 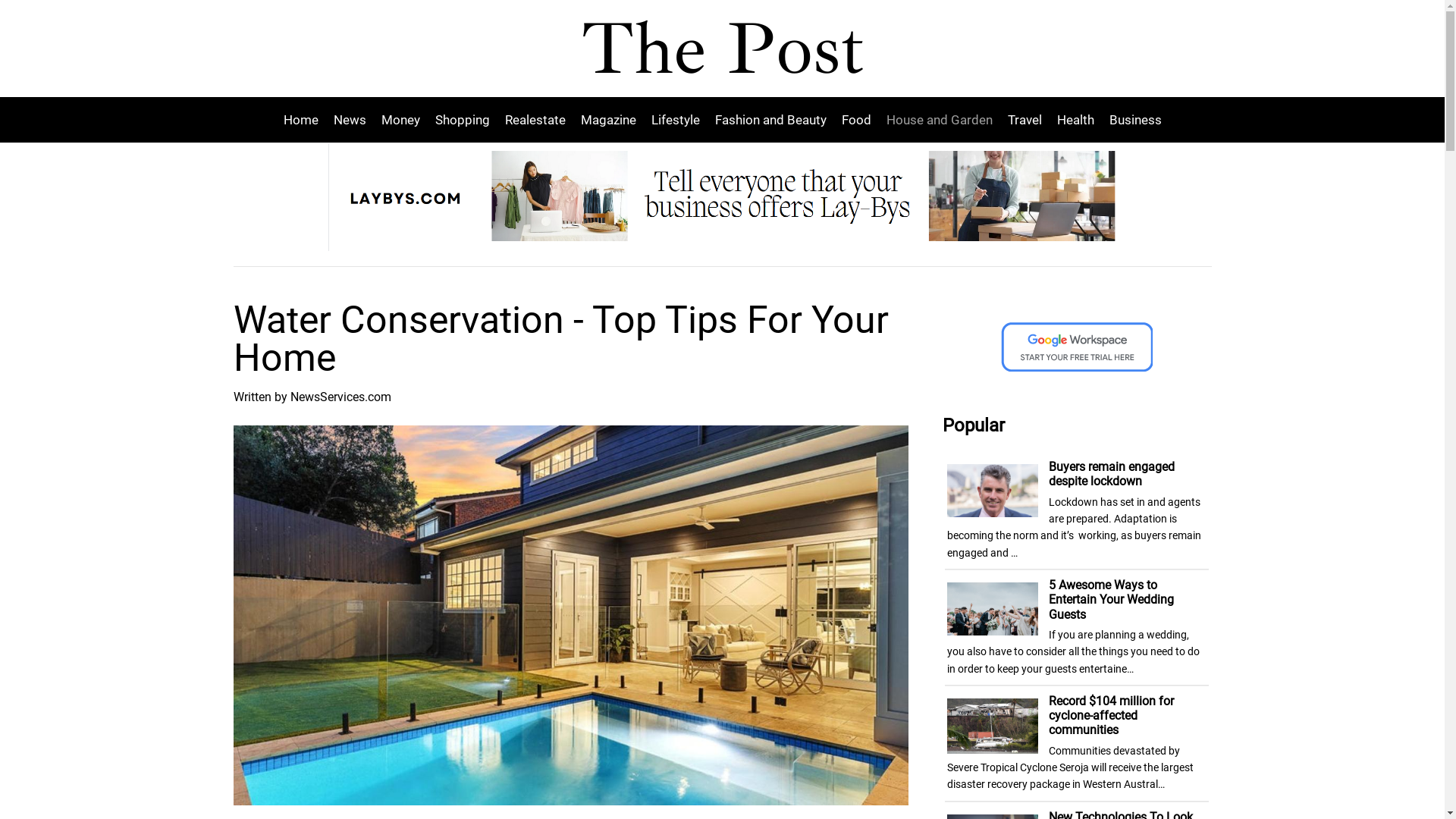 What do you see at coordinates (1111, 598) in the screenshot?
I see `'5 Awesome Ways to Entertain Your Wedding Guests'` at bounding box center [1111, 598].